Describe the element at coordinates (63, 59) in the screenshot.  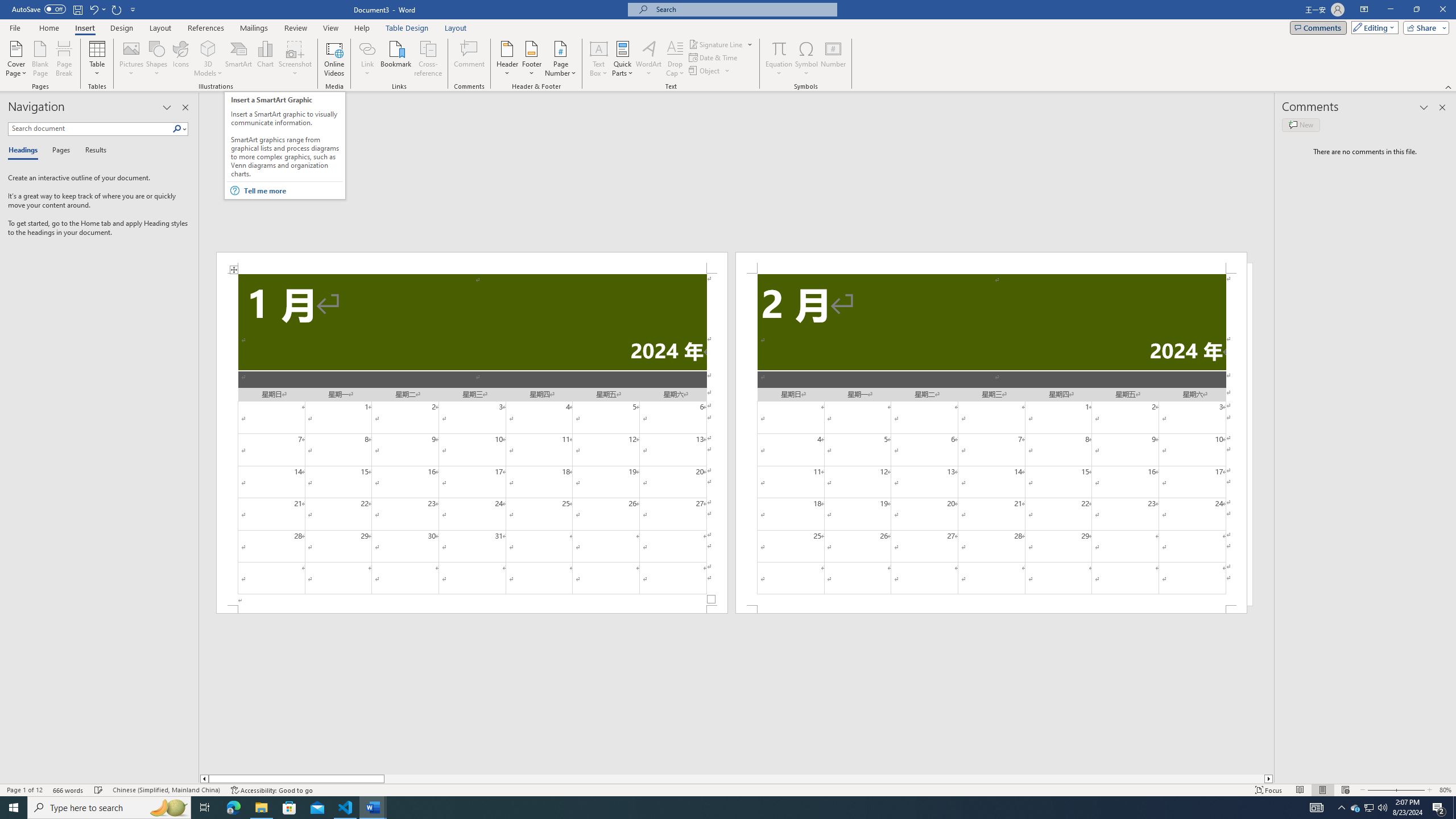
I see `'Page Break'` at that location.